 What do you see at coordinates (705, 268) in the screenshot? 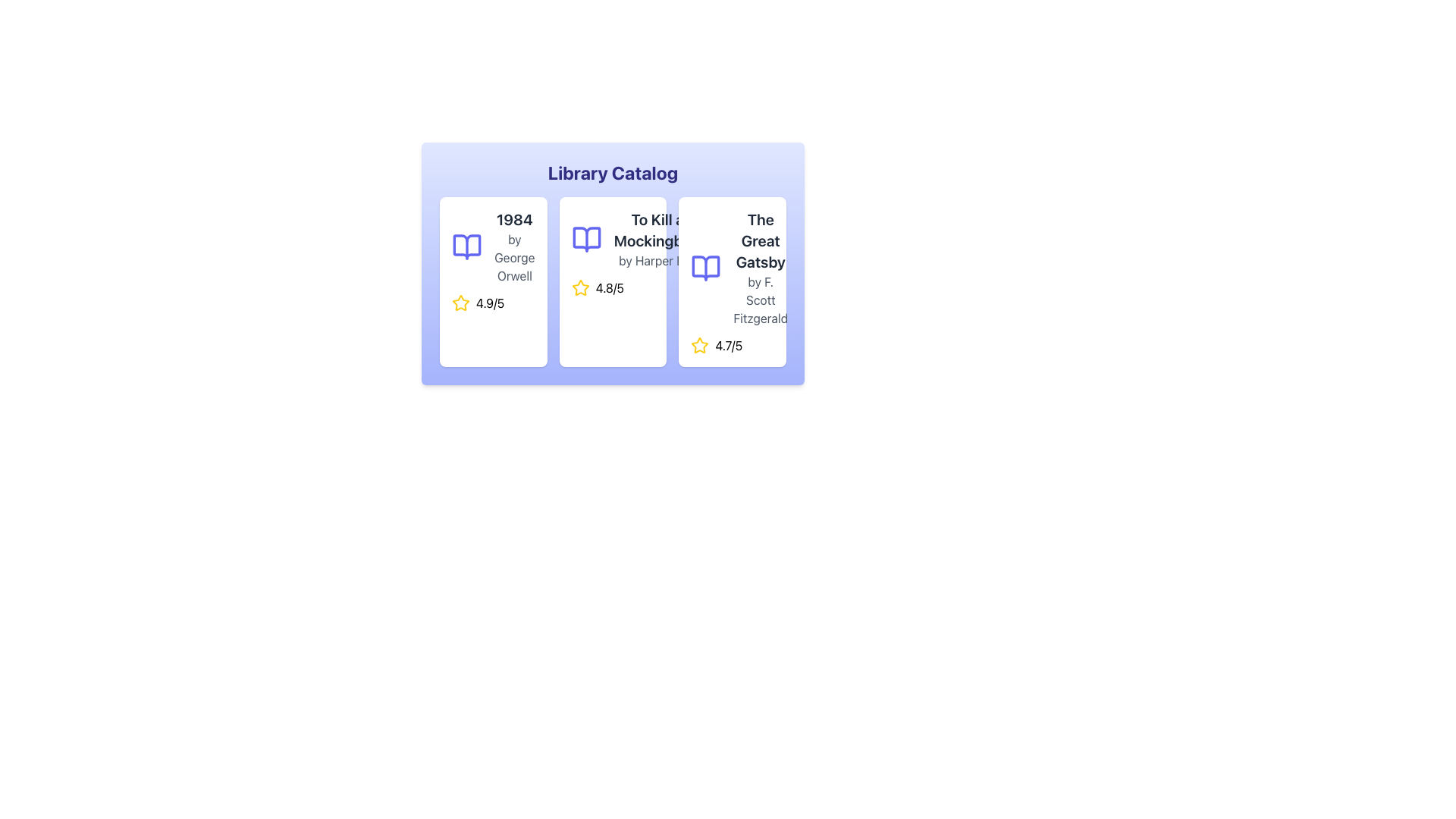
I see `the icon resembling an open book with a blue outline, located in the rightmost card above the text 'The Great Gatsby by F. Scott Fitzgerald'` at bounding box center [705, 268].